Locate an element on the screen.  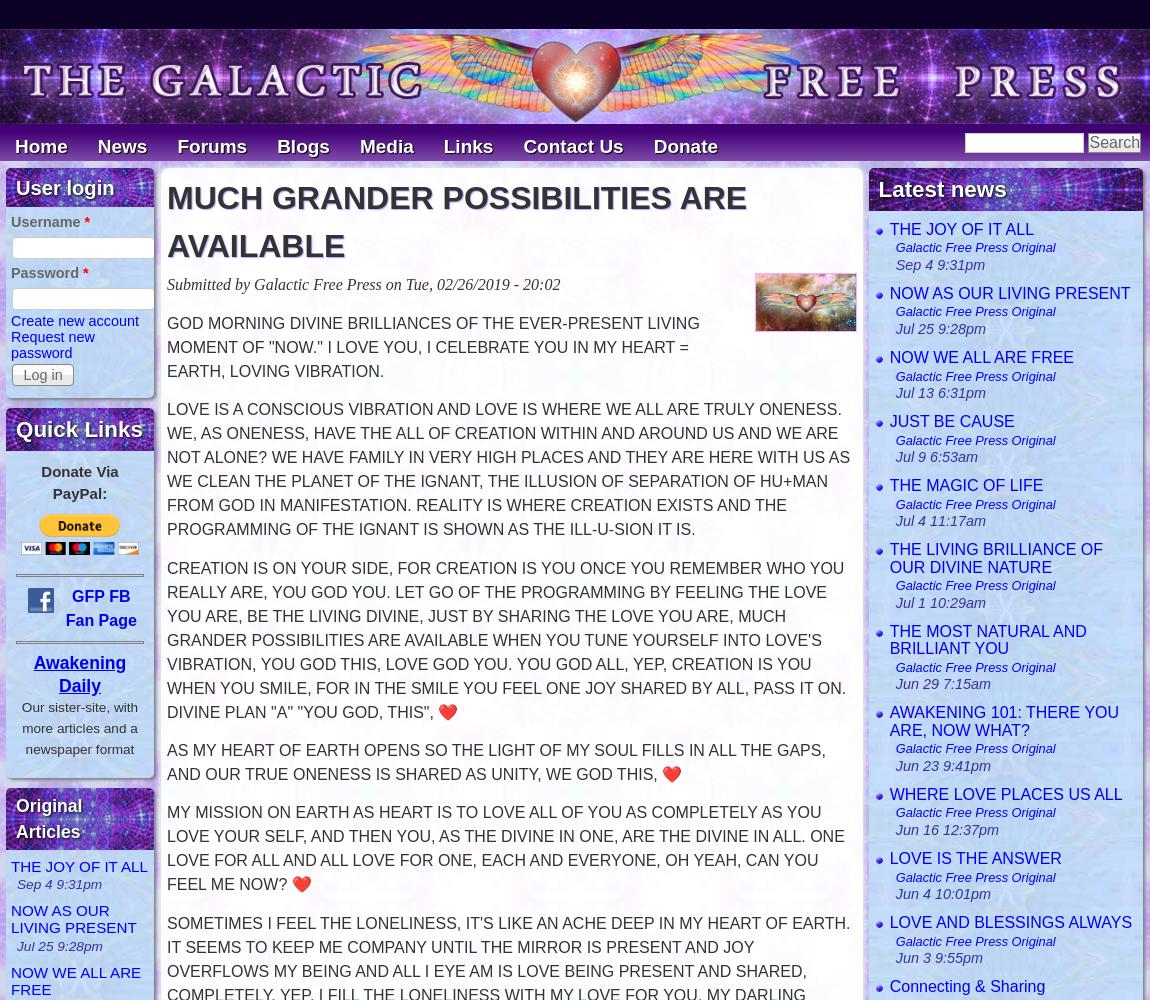
'THE MAGIC OF LIFE' is located at coordinates (966, 483).